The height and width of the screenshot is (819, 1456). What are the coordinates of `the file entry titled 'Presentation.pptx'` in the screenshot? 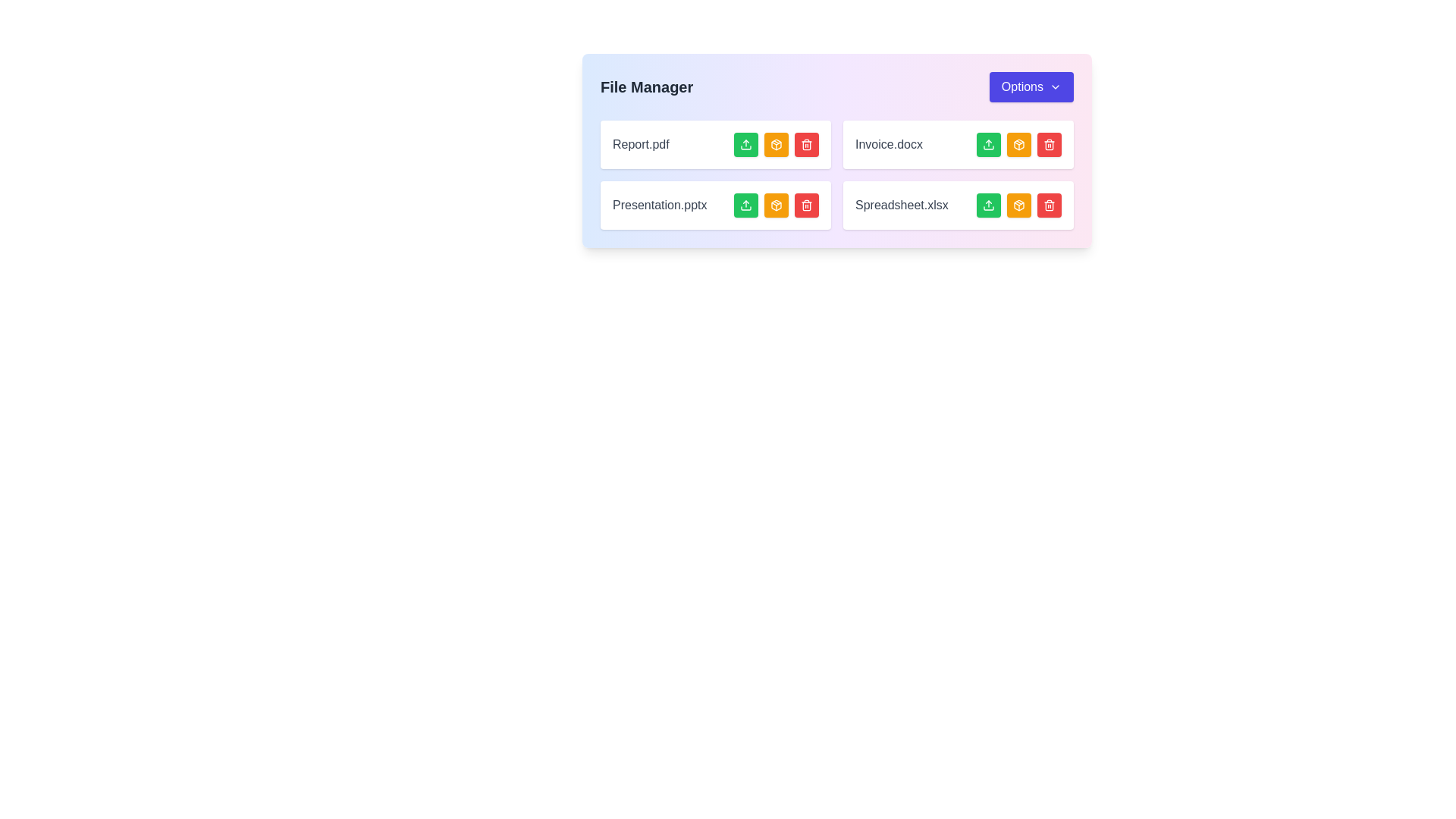 It's located at (715, 205).